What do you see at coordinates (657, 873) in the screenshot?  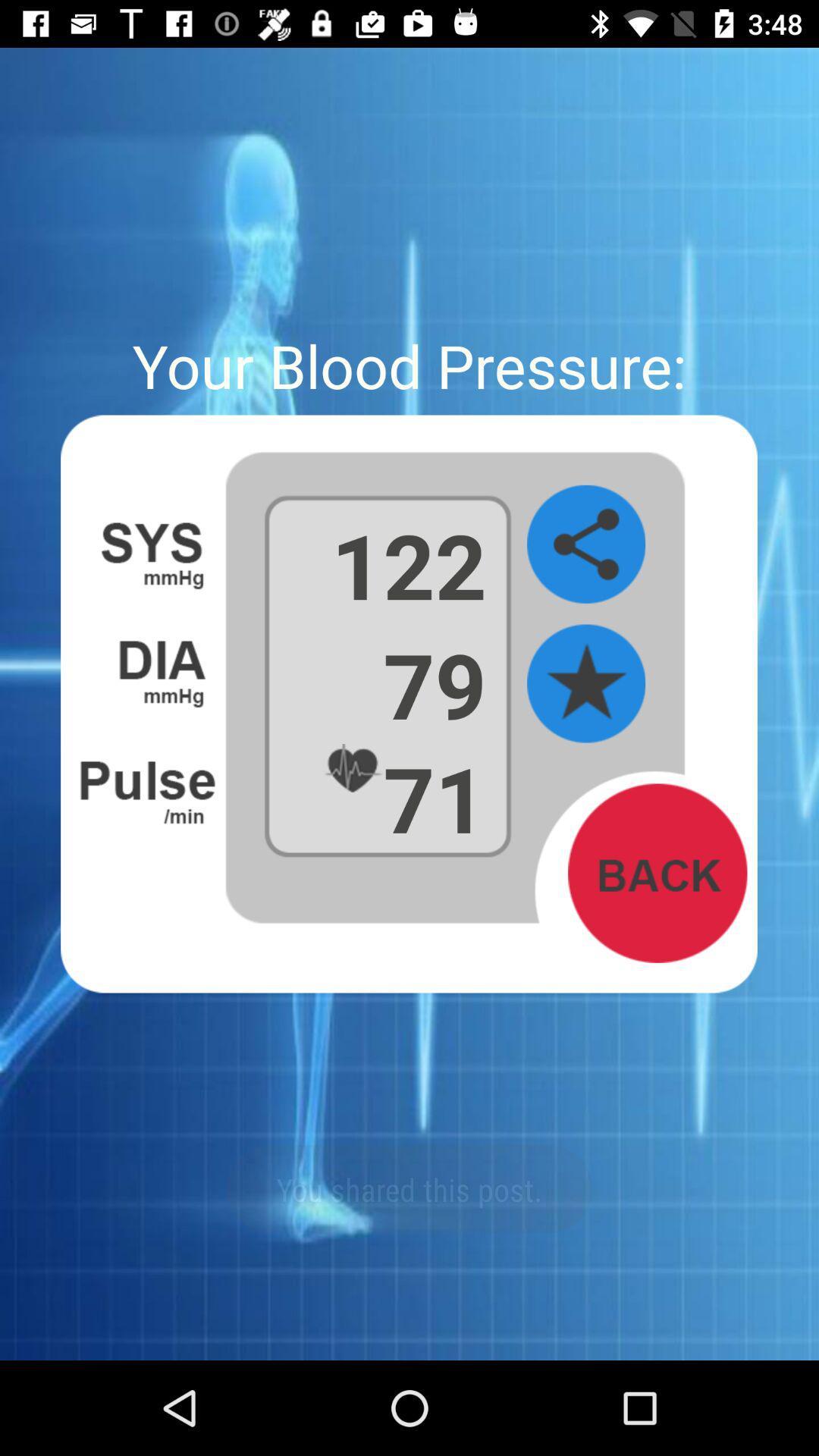 I see `go back` at bounding box center [657, 873].